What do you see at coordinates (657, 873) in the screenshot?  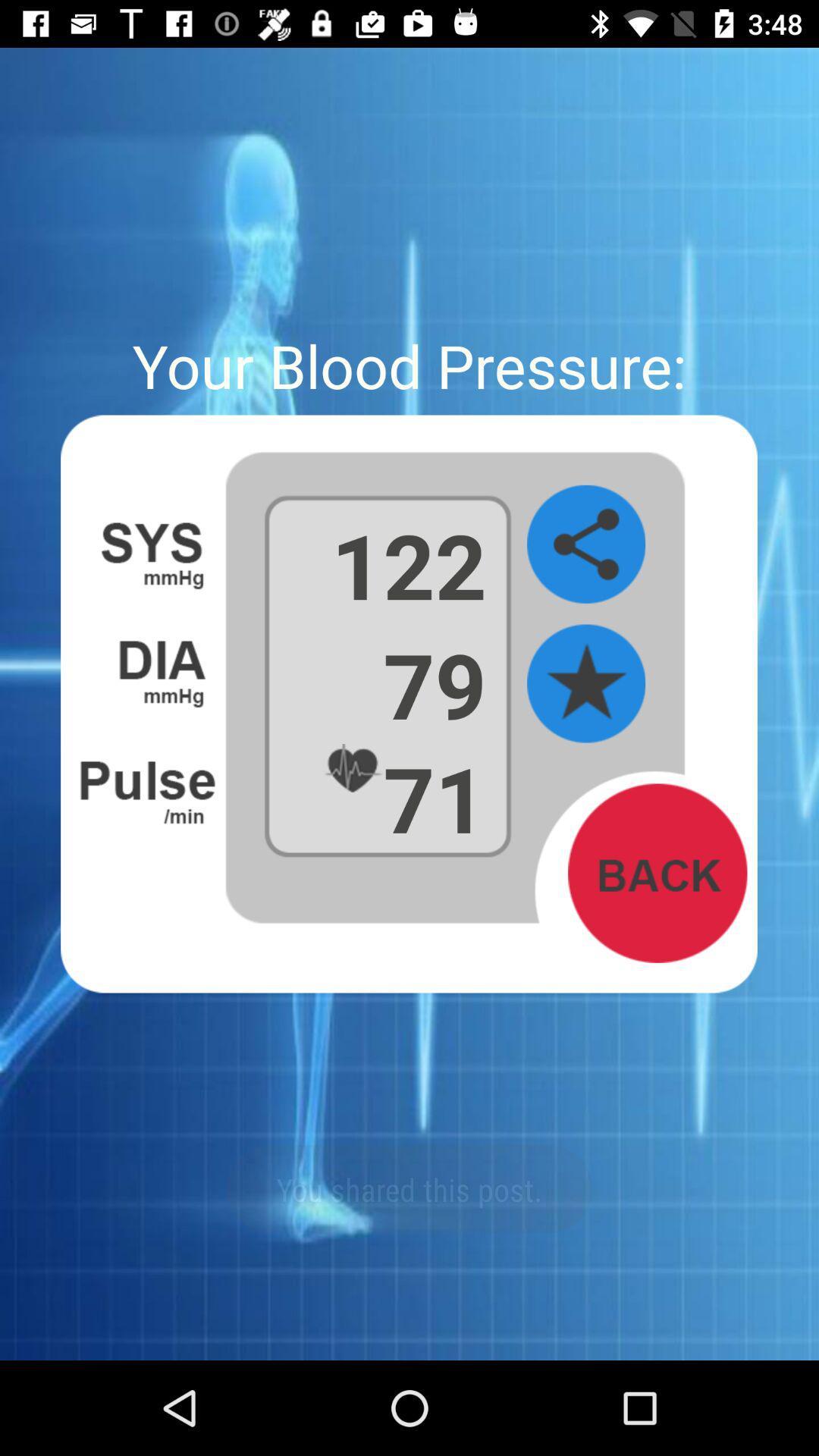 I see `go back` at bounding box center [657, 873].